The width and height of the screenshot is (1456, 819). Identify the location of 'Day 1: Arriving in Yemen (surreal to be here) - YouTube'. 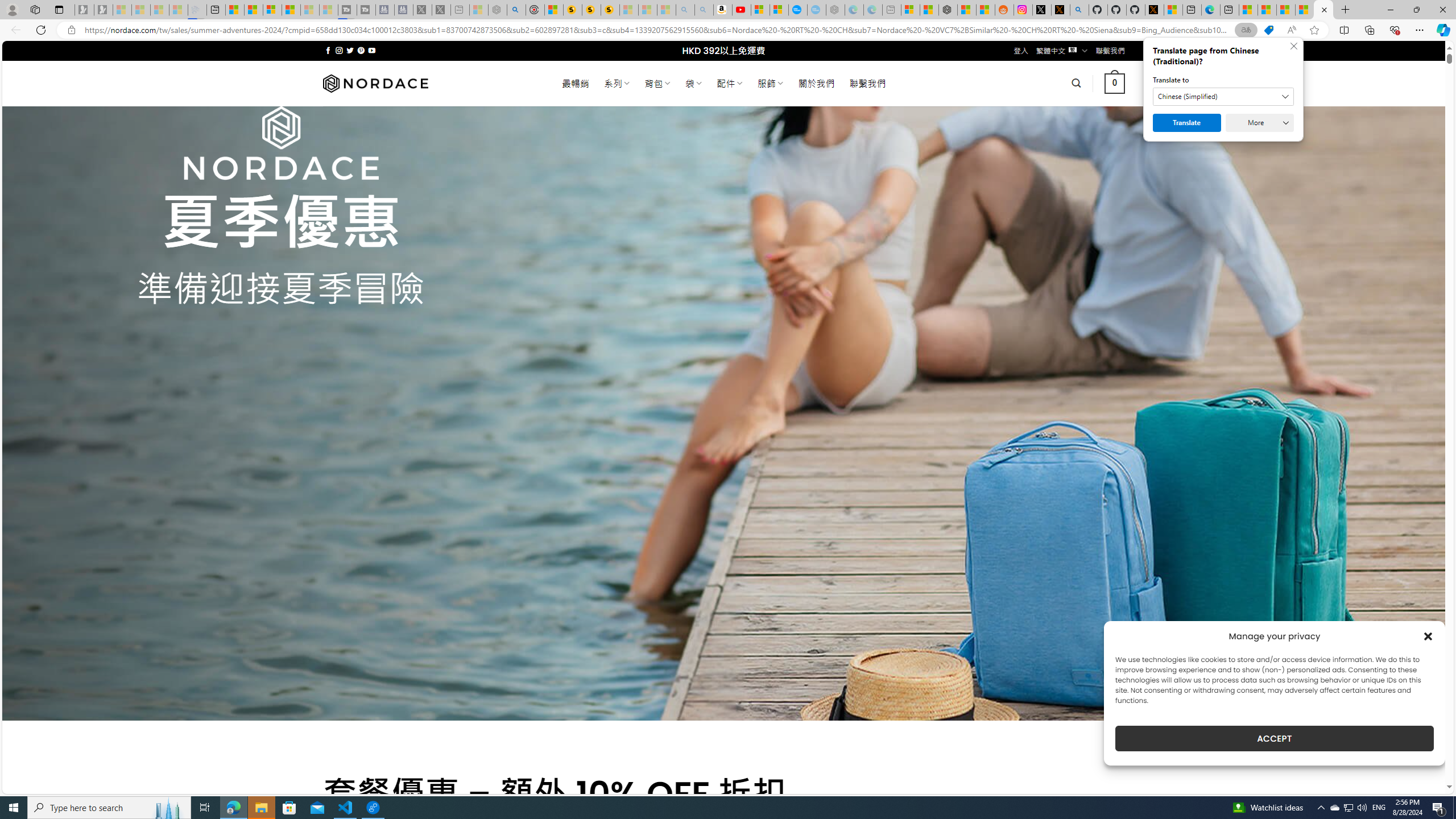
(742, 9).